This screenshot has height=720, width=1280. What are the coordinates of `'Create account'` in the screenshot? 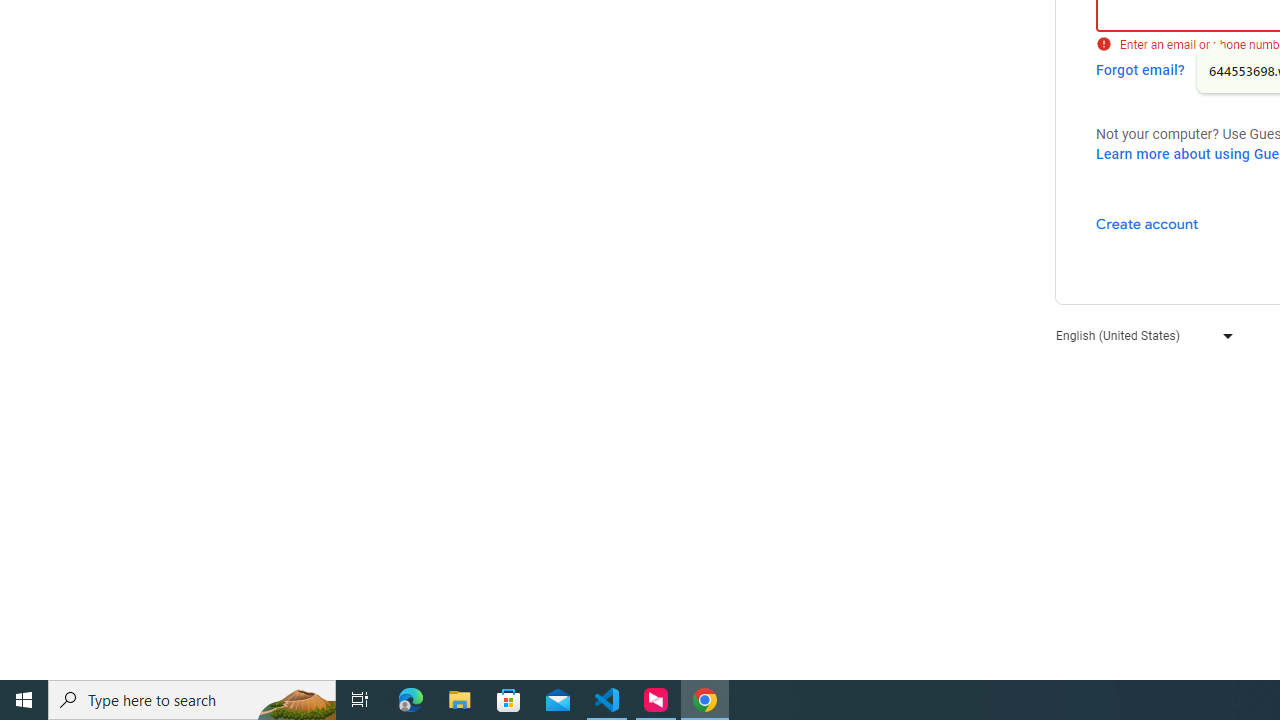 It's located at (1146, 223).